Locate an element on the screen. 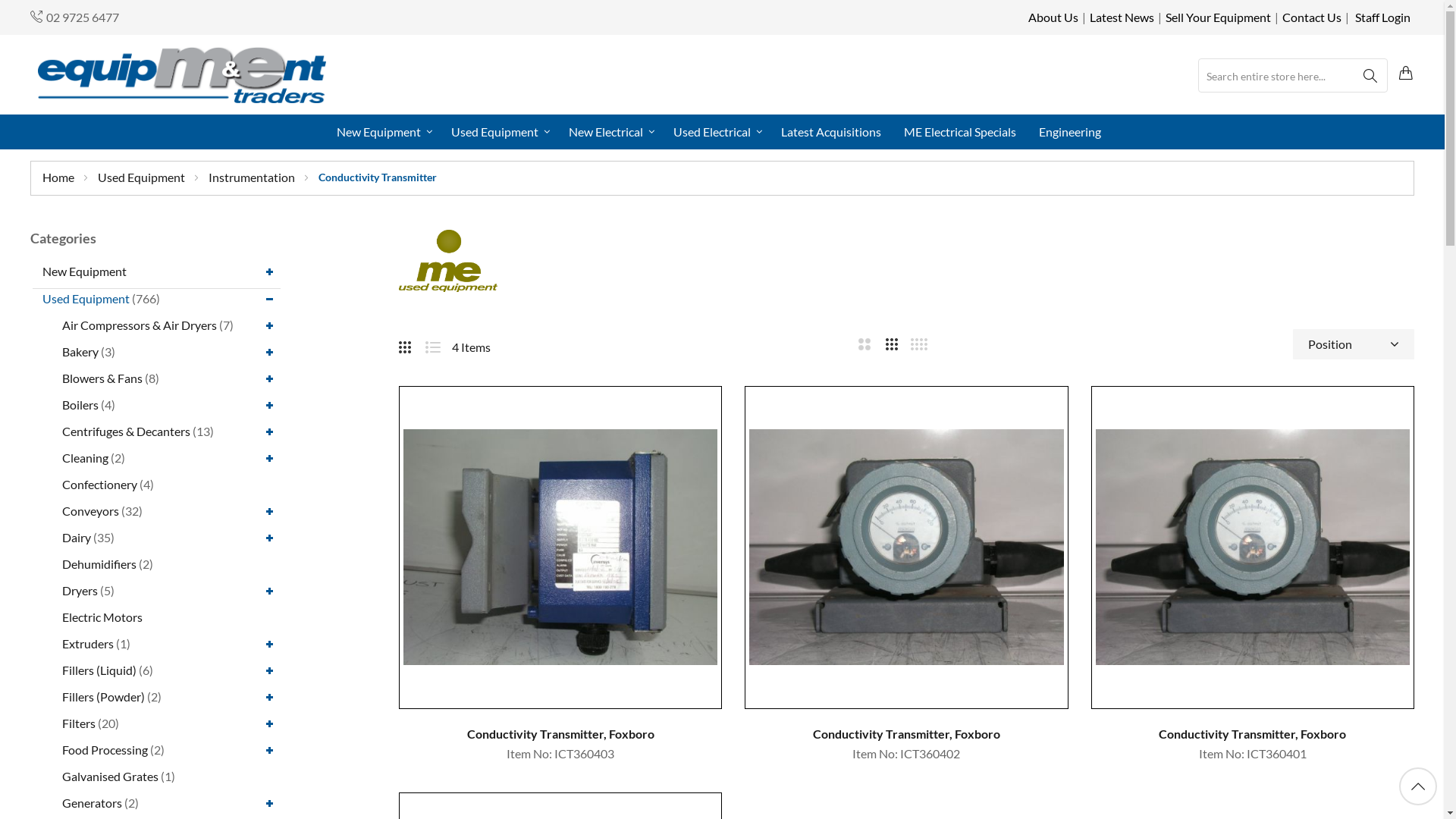  'Dehumidifiers' is located at coordinates (98, 563).